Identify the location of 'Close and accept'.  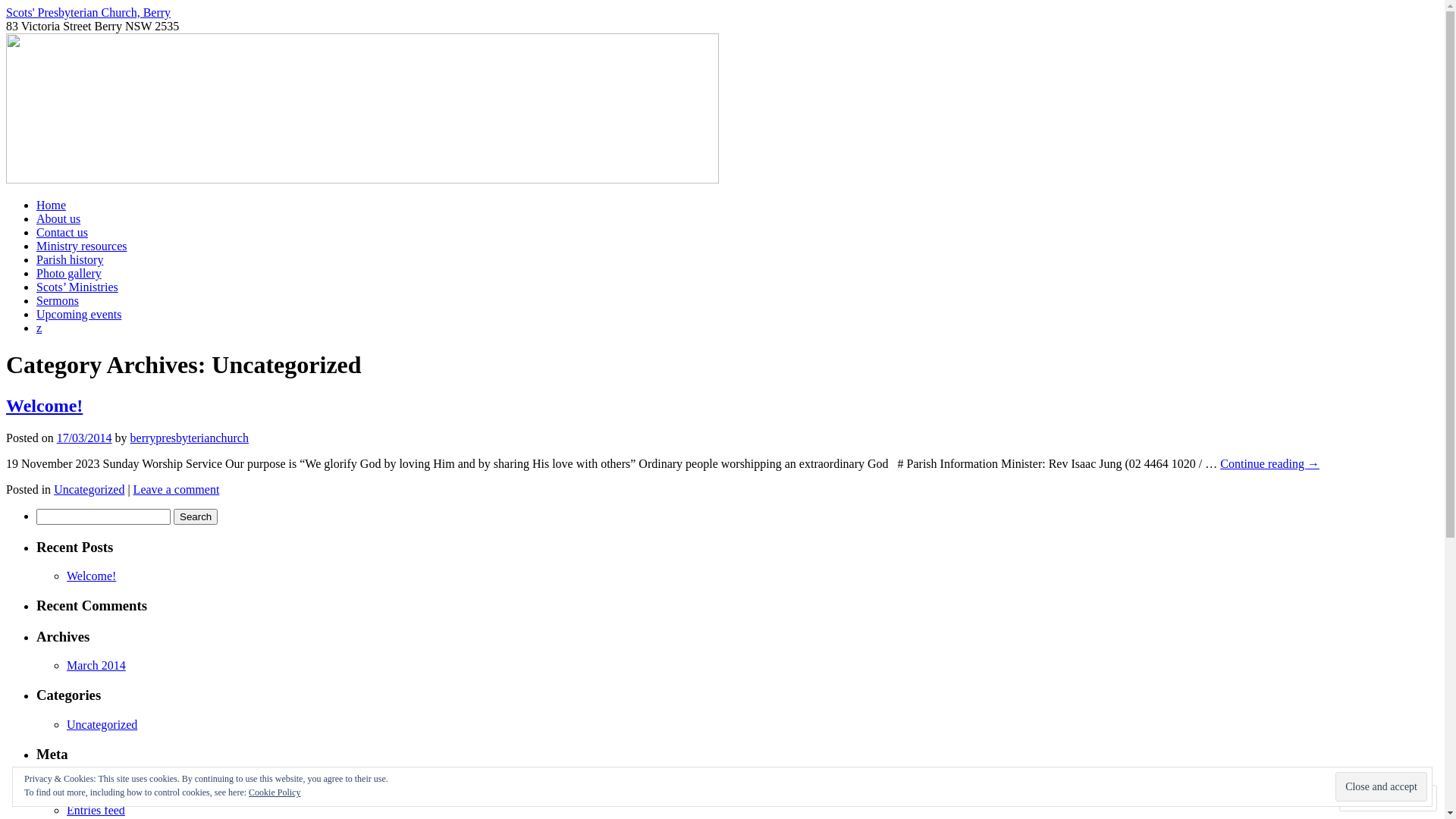
(1381, 786).